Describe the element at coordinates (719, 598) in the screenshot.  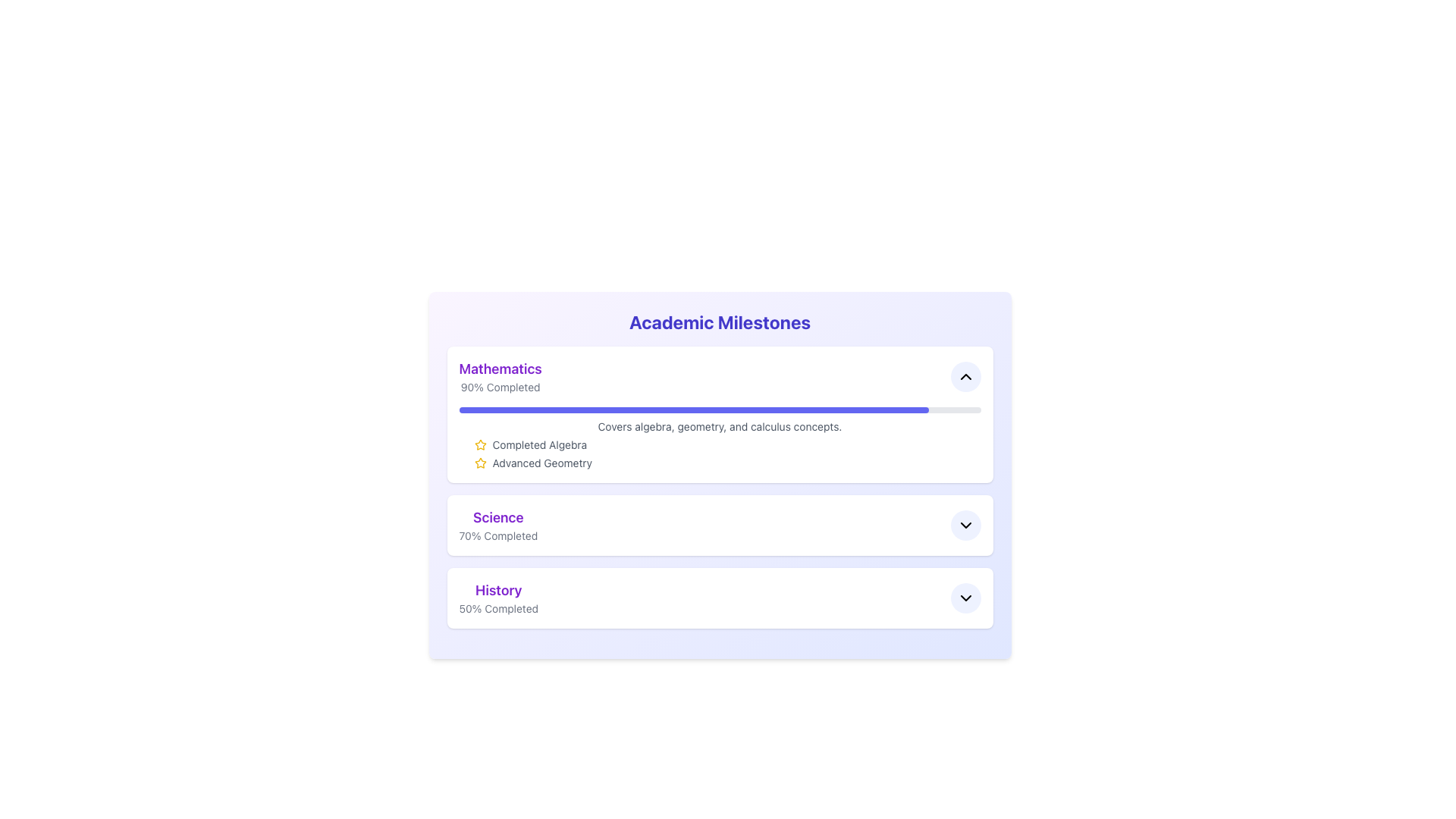
I see `the arrow on the third Summary item in the 'History' category under 'Academic Milestones'` at that location.